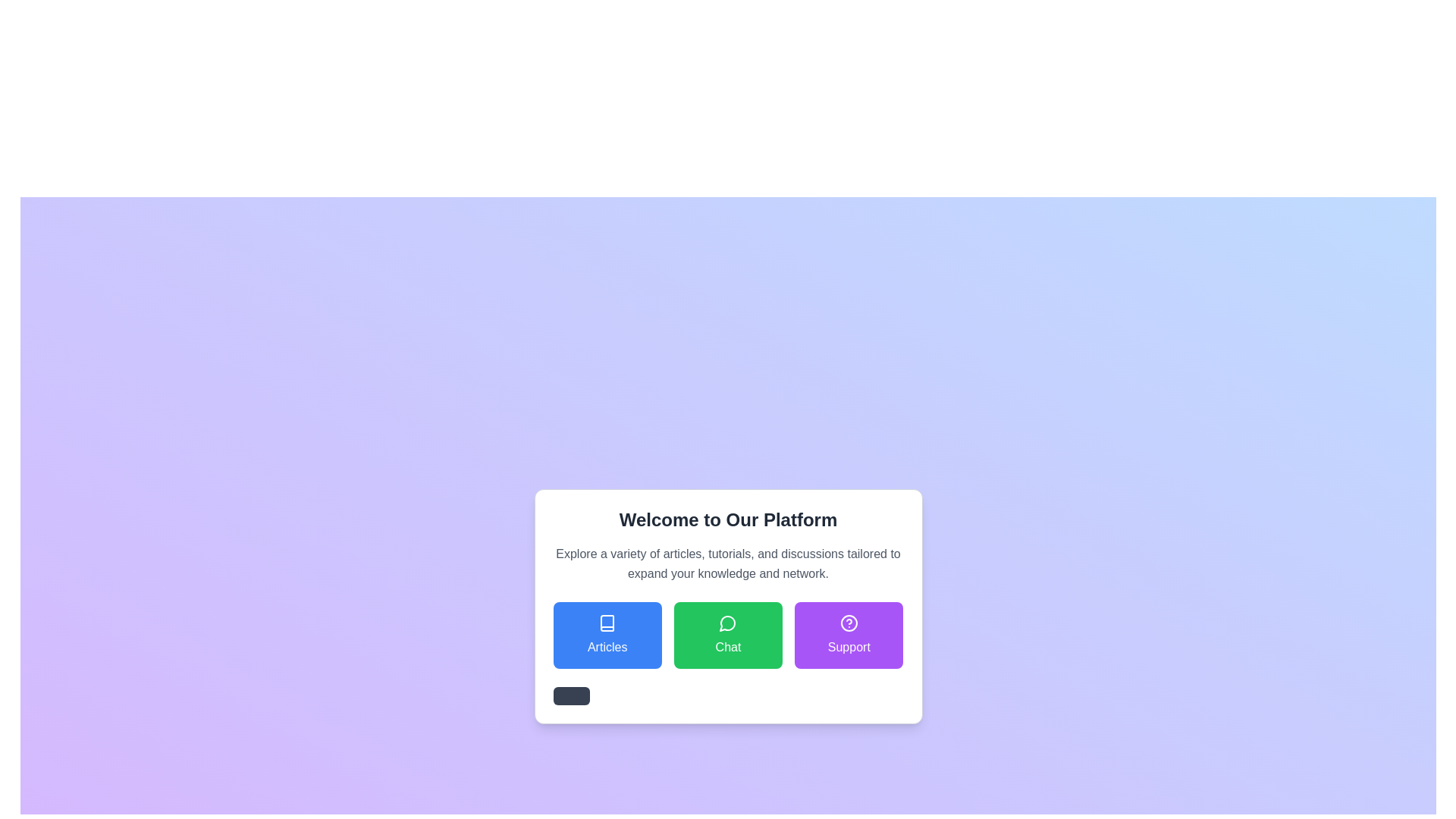 Image resolution: width=1456 pixels, height=819 pixels. Describe the element at coordinates (728, 546) in the screenshot. I see `the purpose of the platform` at that location.